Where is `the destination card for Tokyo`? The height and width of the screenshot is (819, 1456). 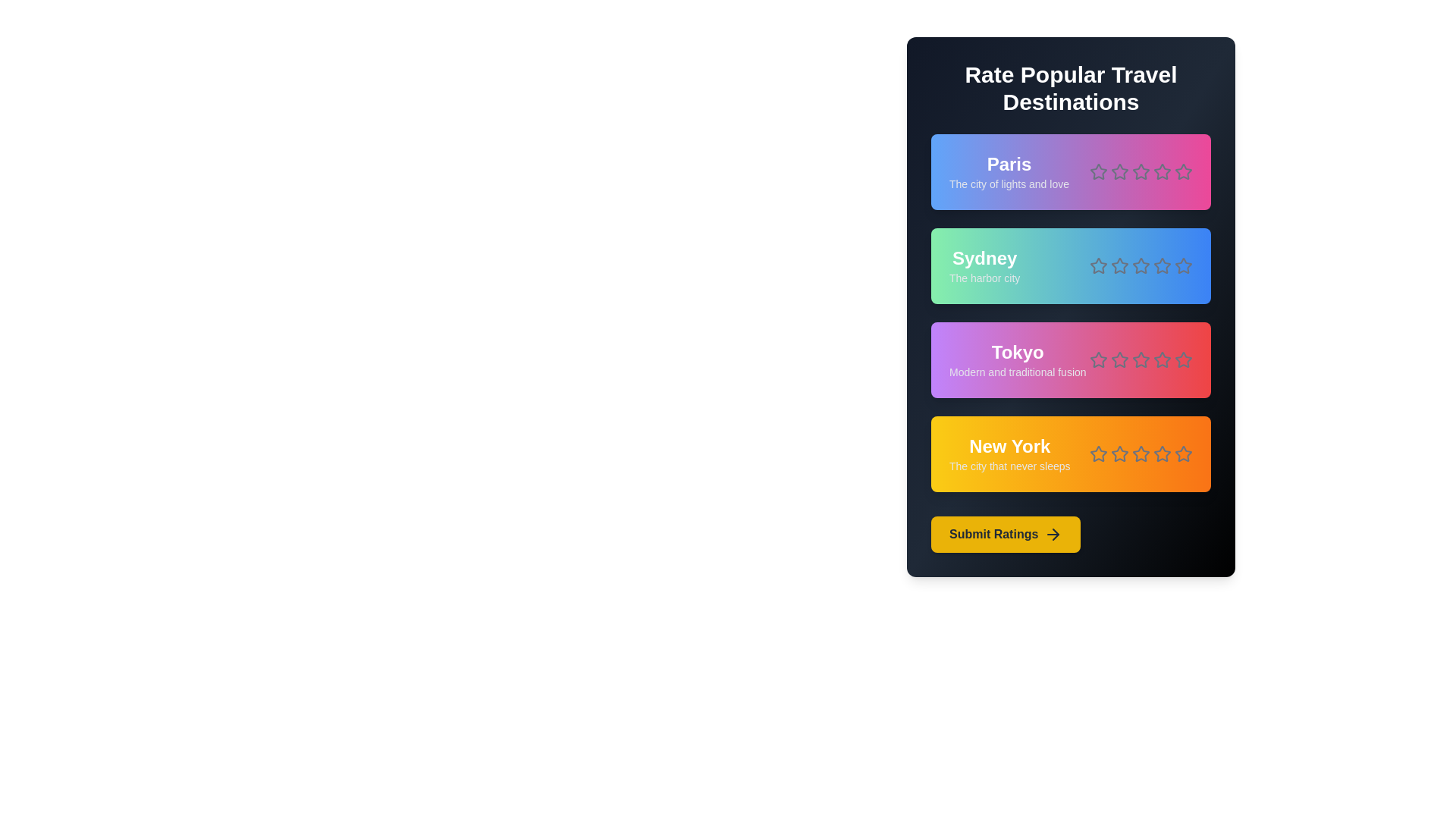 the destination card for Tokyo is located at coordinates (1070, 359).